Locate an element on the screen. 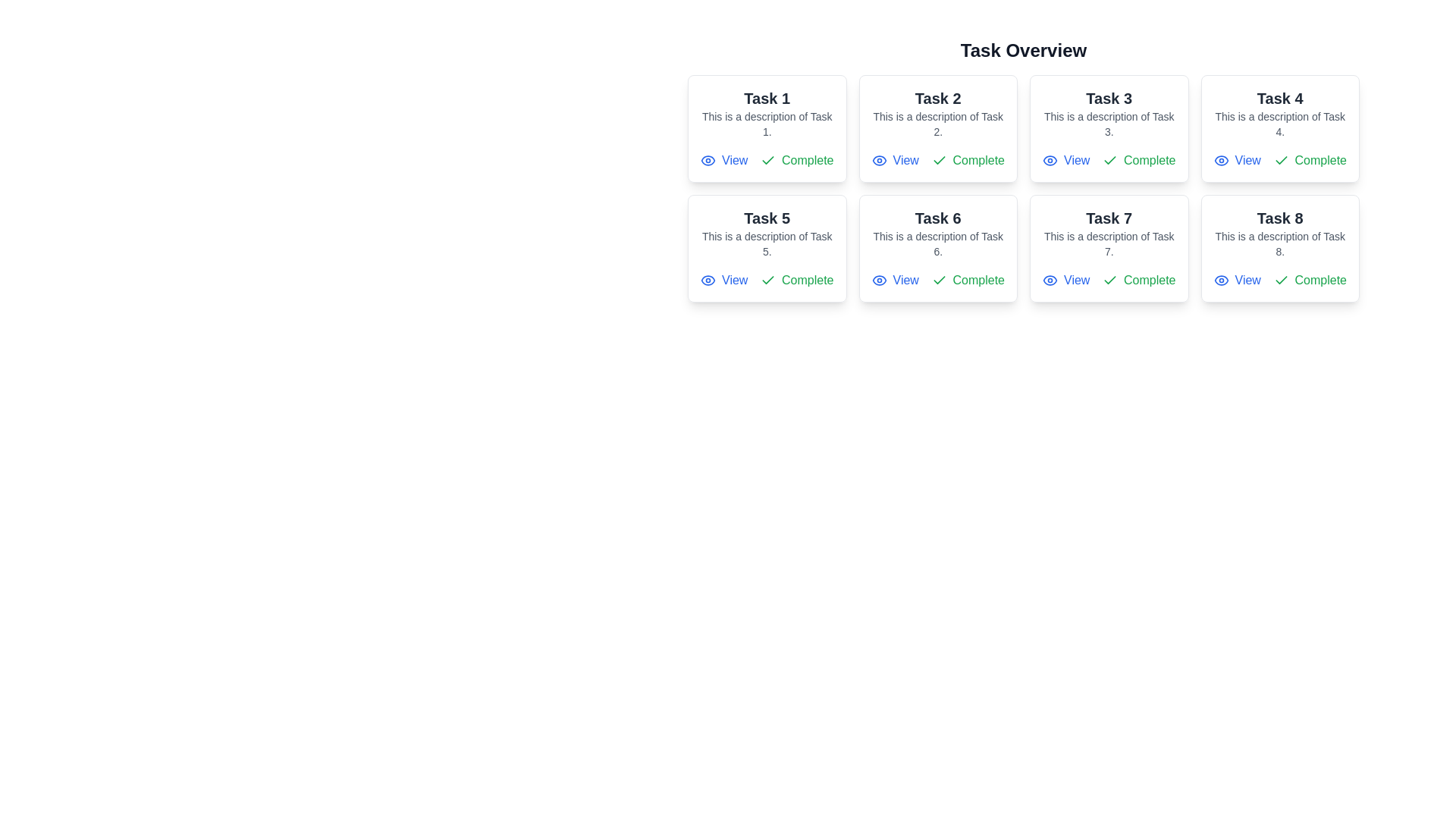 The height and width of the screenshot is (819, 1456). the button associated with 'Task 1' located in the top-left position of the visible grid layout is located at coordinates (723, 161).